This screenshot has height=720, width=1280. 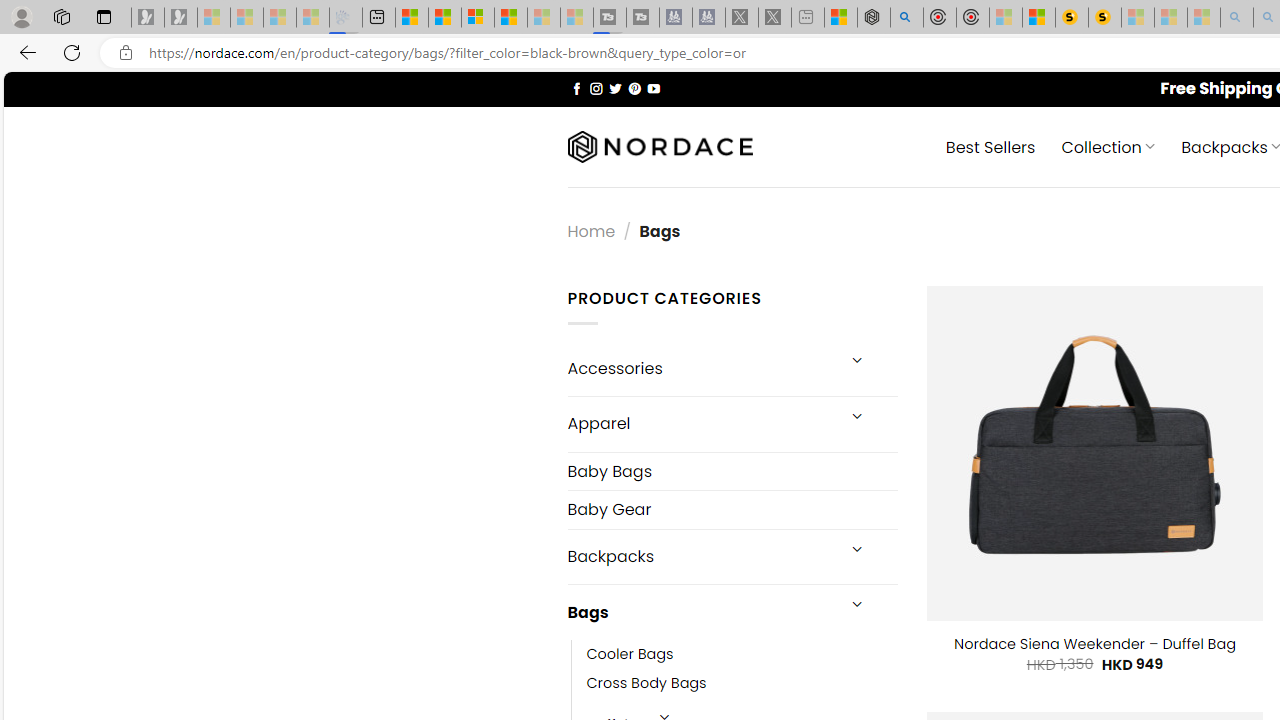 I want to click on 'Nordace - Summer Adventures 2024', so click(x=873, y=17).